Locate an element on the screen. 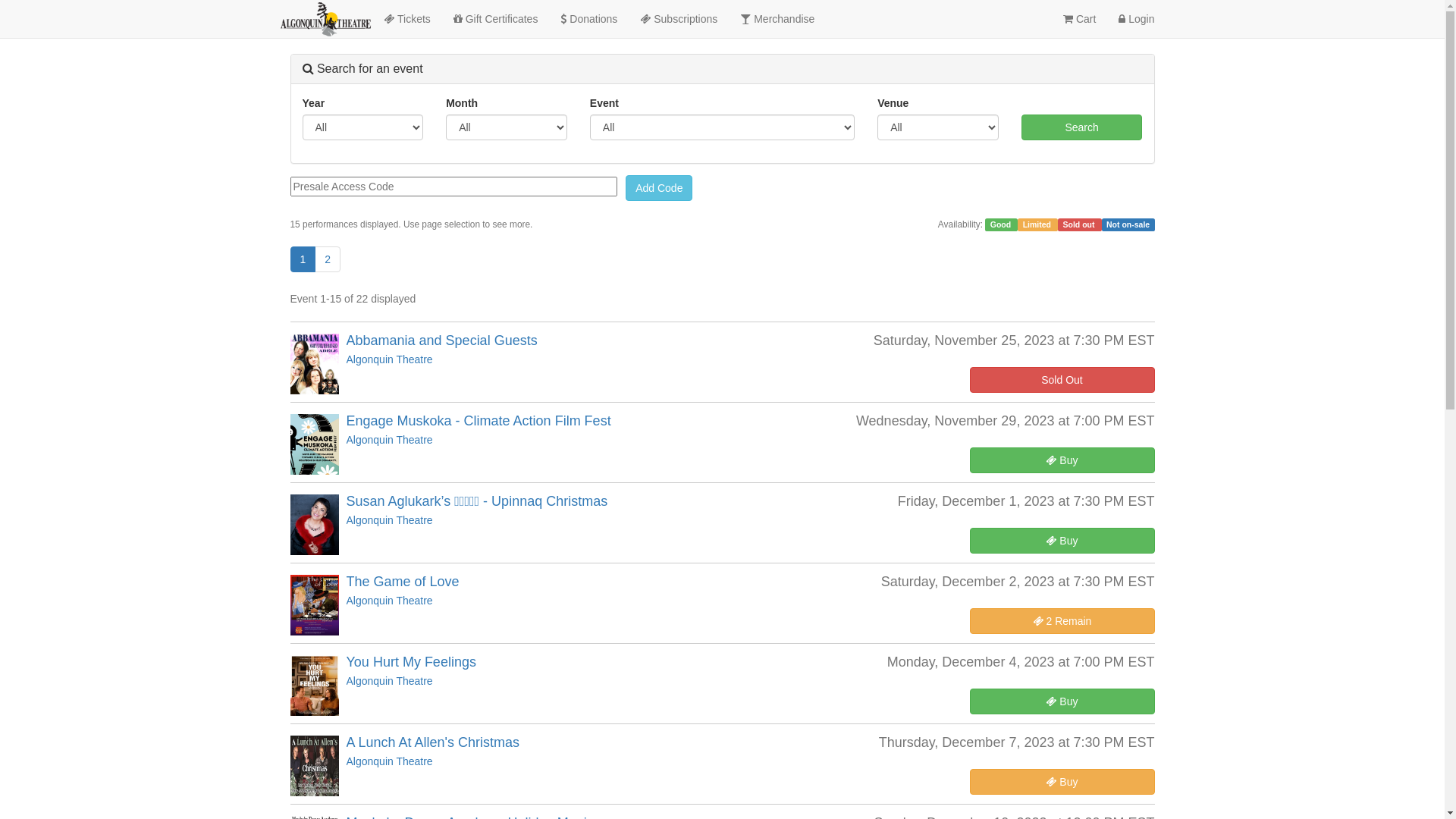 Image resolution: width=1456 pixels, height=819 pixels. 'Donations' is located at coordinates (588, 18).